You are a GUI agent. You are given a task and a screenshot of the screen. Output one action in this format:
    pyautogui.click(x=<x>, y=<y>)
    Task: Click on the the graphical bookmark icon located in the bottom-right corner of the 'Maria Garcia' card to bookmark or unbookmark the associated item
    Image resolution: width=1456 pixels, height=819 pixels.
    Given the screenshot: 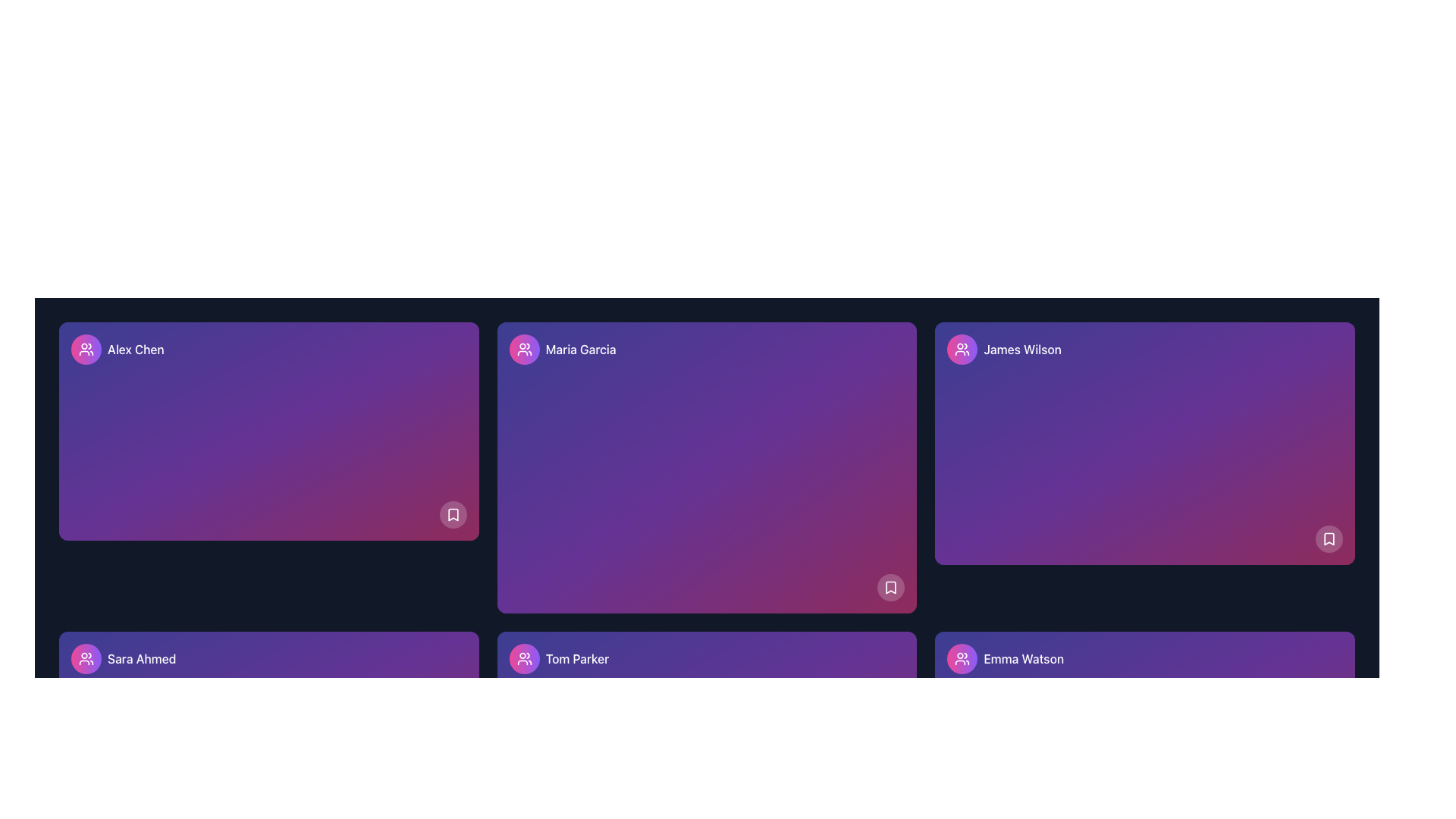 What is the action you would take?
    pyautogui.click(x=891, y=587)
    